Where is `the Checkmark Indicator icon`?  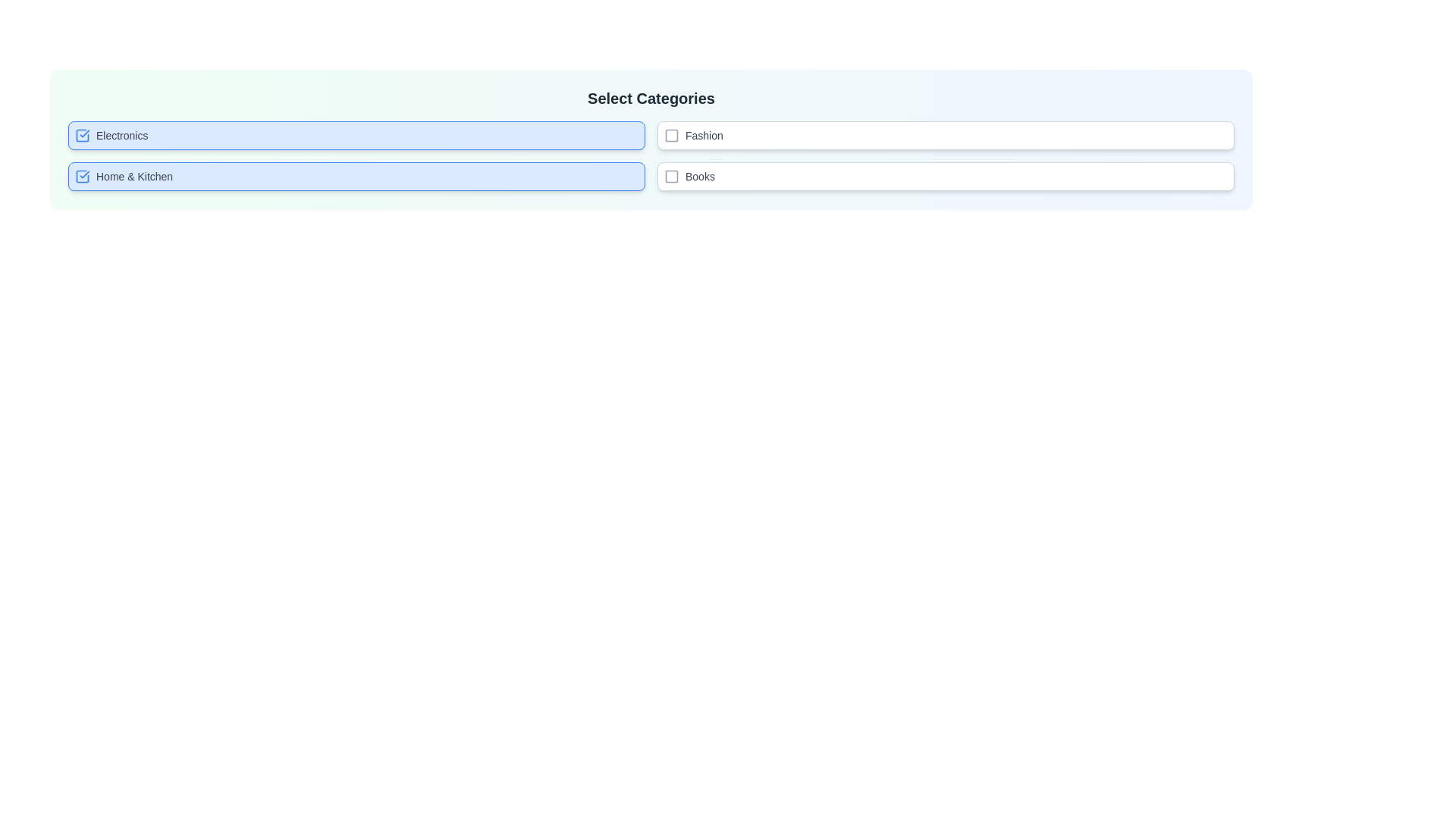
the Checkmark Indicator icon is located at coordinates (82, 134).